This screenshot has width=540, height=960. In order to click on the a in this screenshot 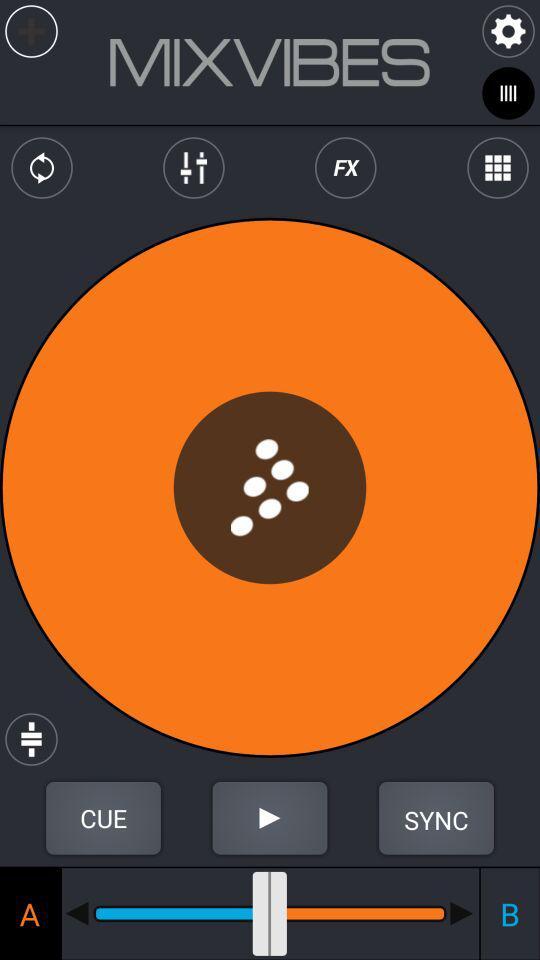, I will do `click(29, 913)`.